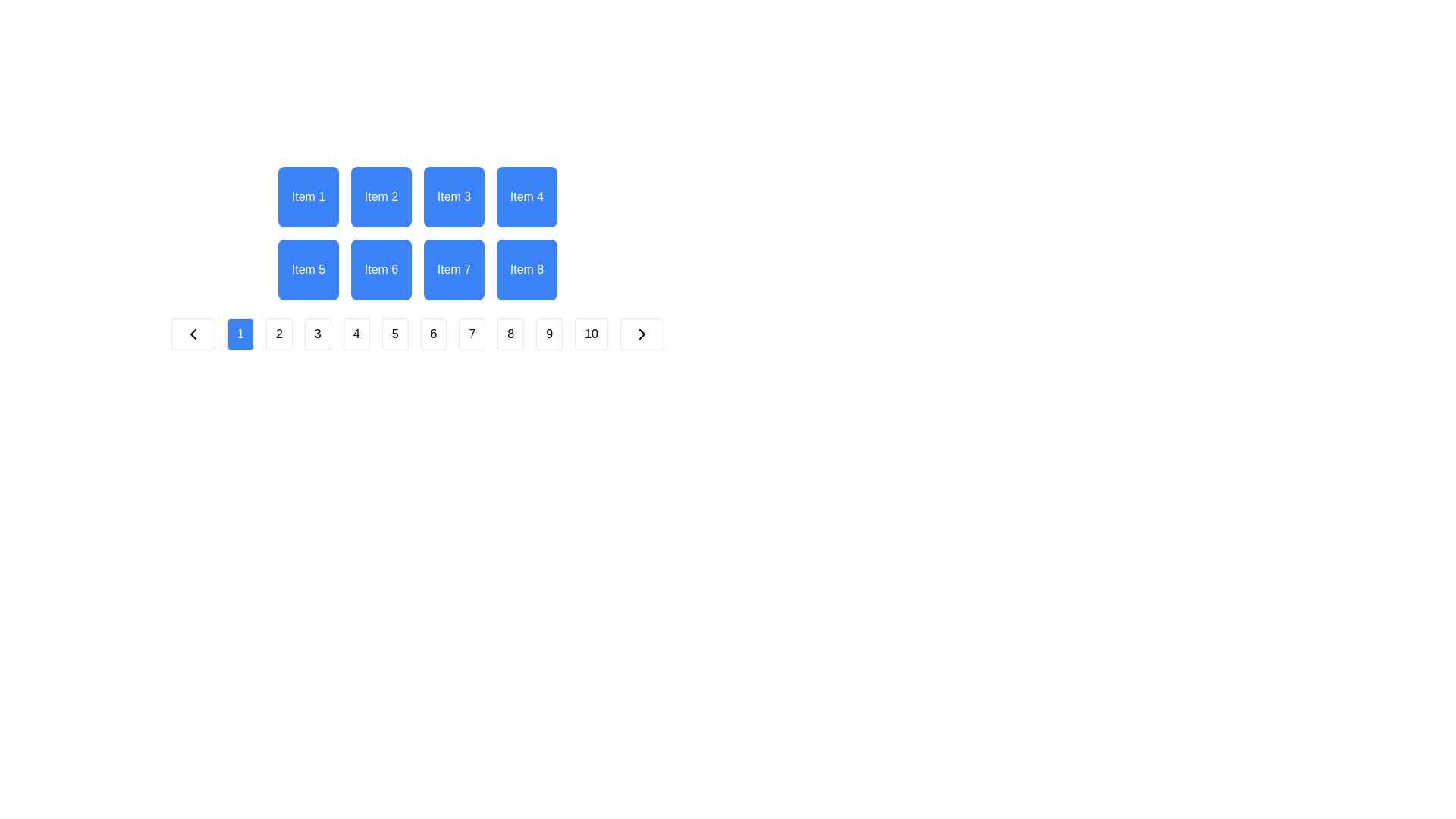 This screenshot has height=819, width=1456. Describe the element at coordinates (356, 333) in the screenshot. I see `the rectangular button labeled '4', which is the fourth button in a horizontal sequence of numbered buttons` at that location.